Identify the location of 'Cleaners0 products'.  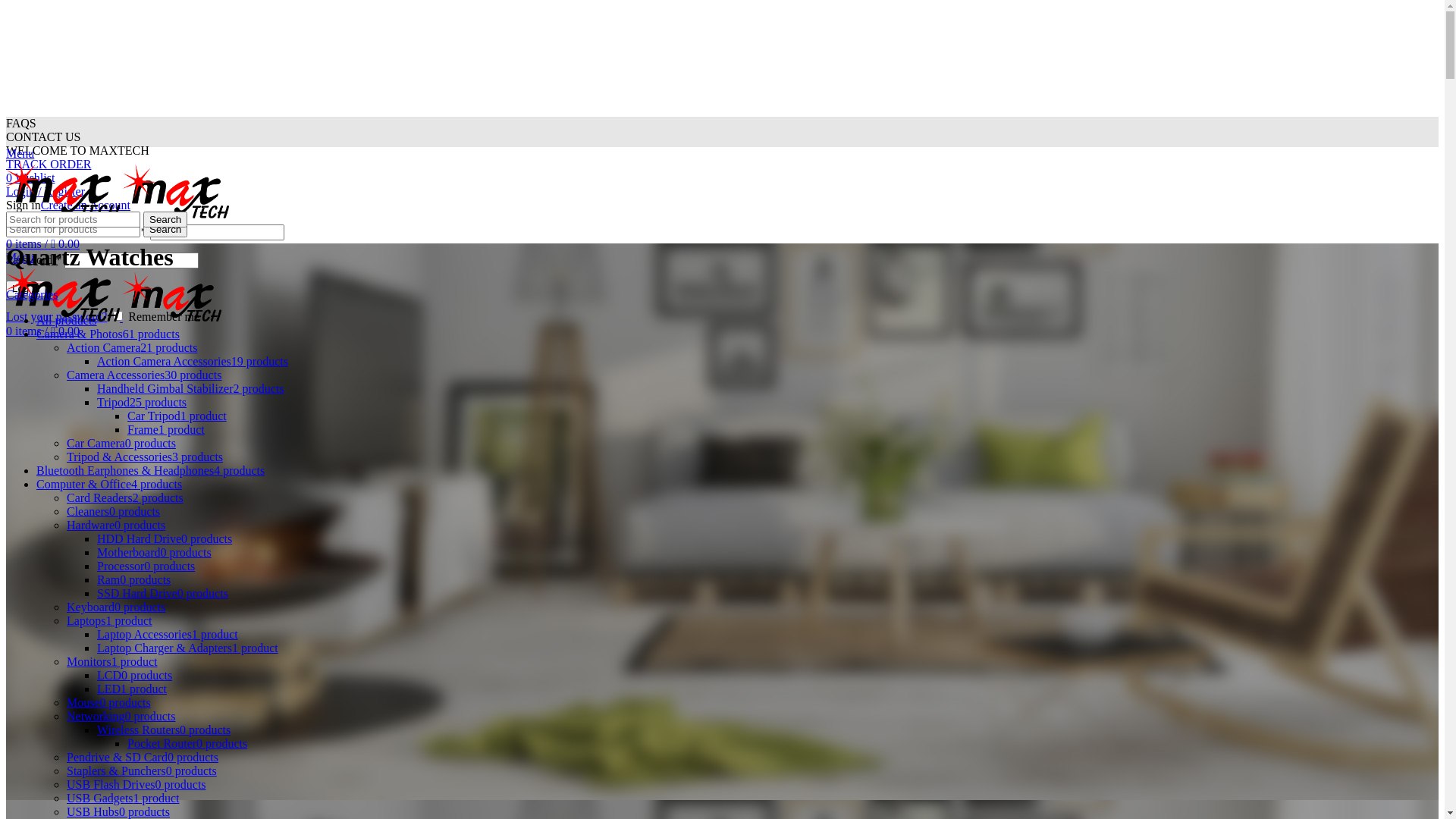
(112, 511).